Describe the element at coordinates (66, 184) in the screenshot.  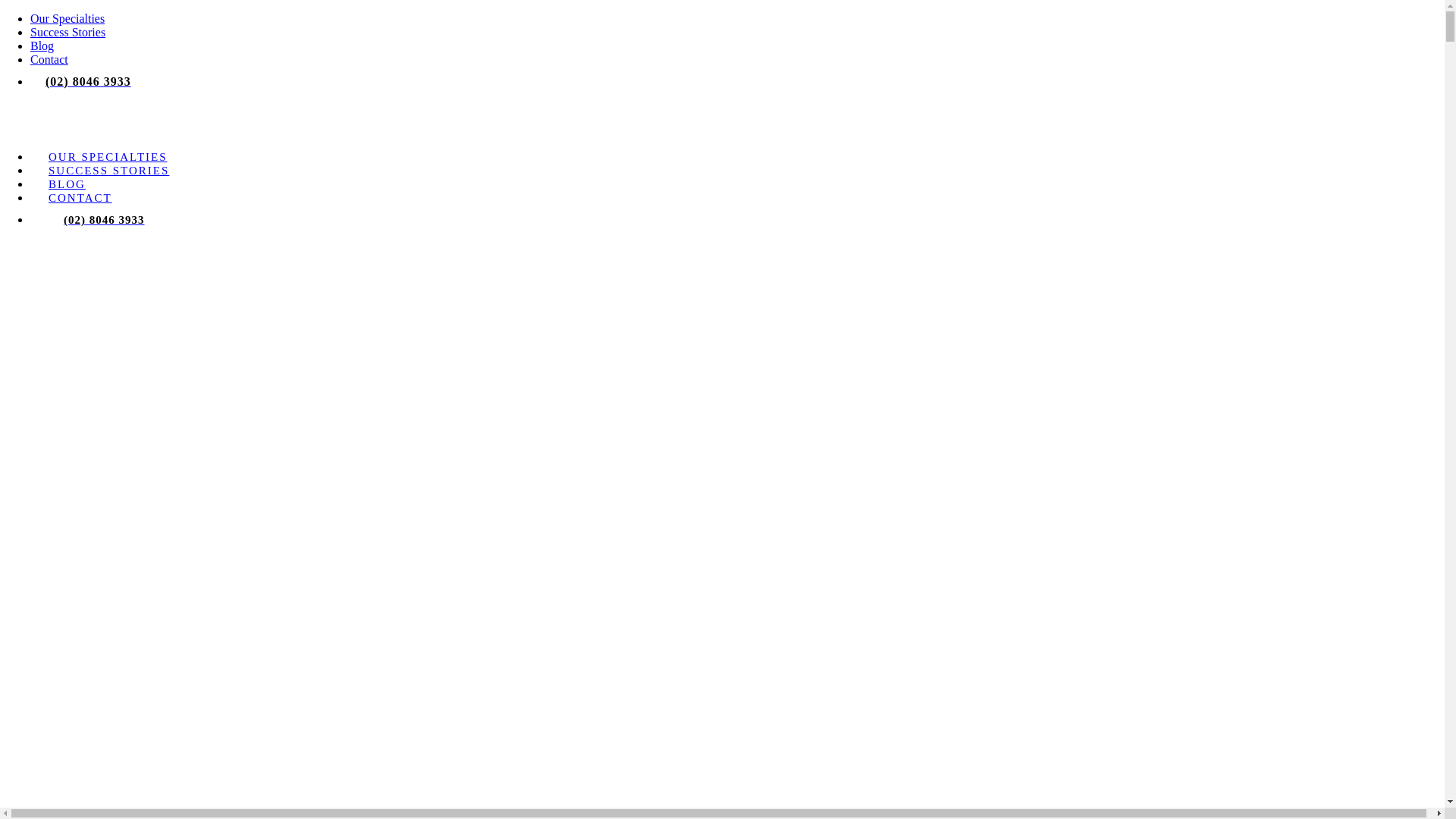
I see `'BLOG'` at that location.